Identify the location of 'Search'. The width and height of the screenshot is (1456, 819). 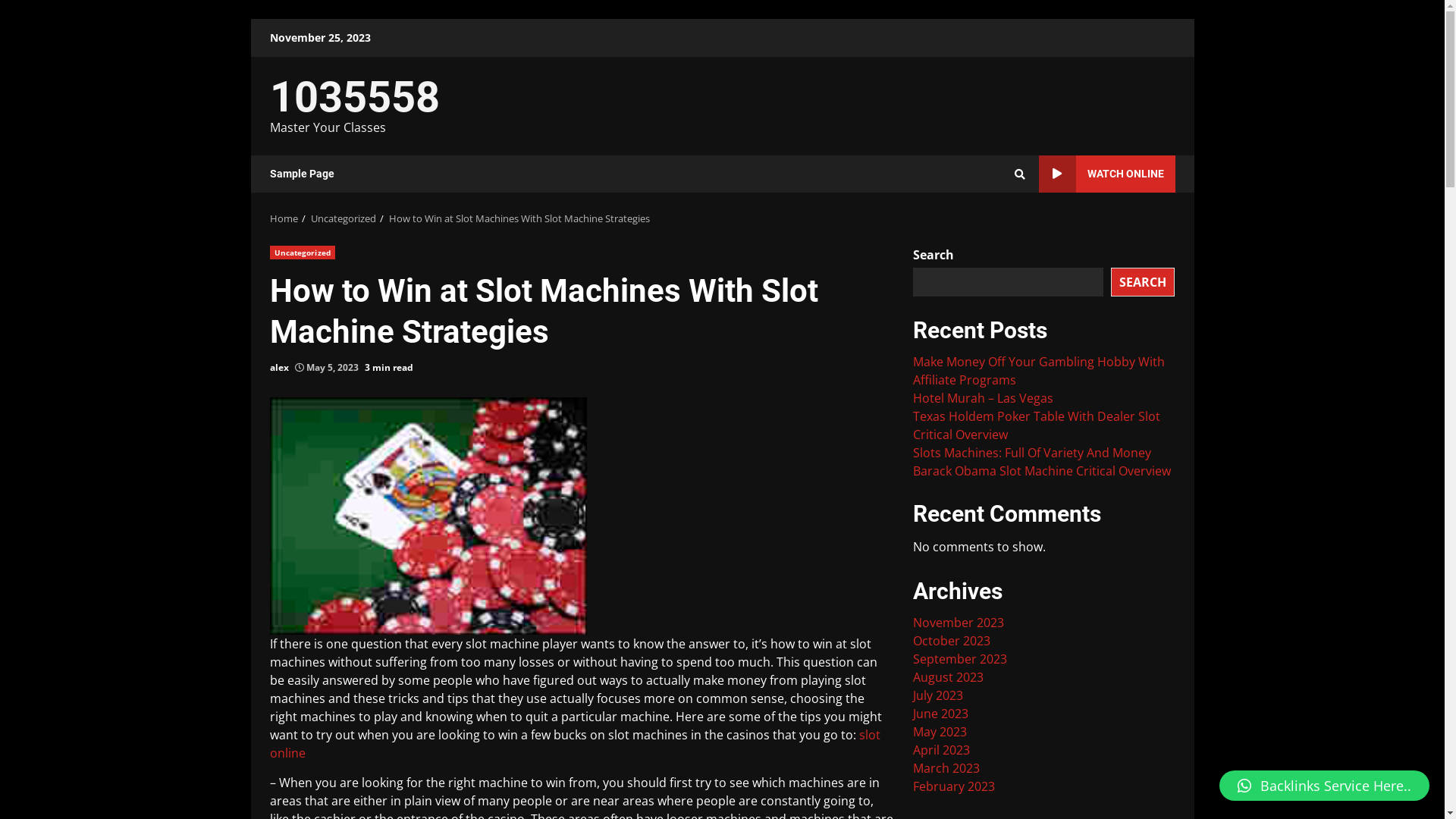
(1019, 172).